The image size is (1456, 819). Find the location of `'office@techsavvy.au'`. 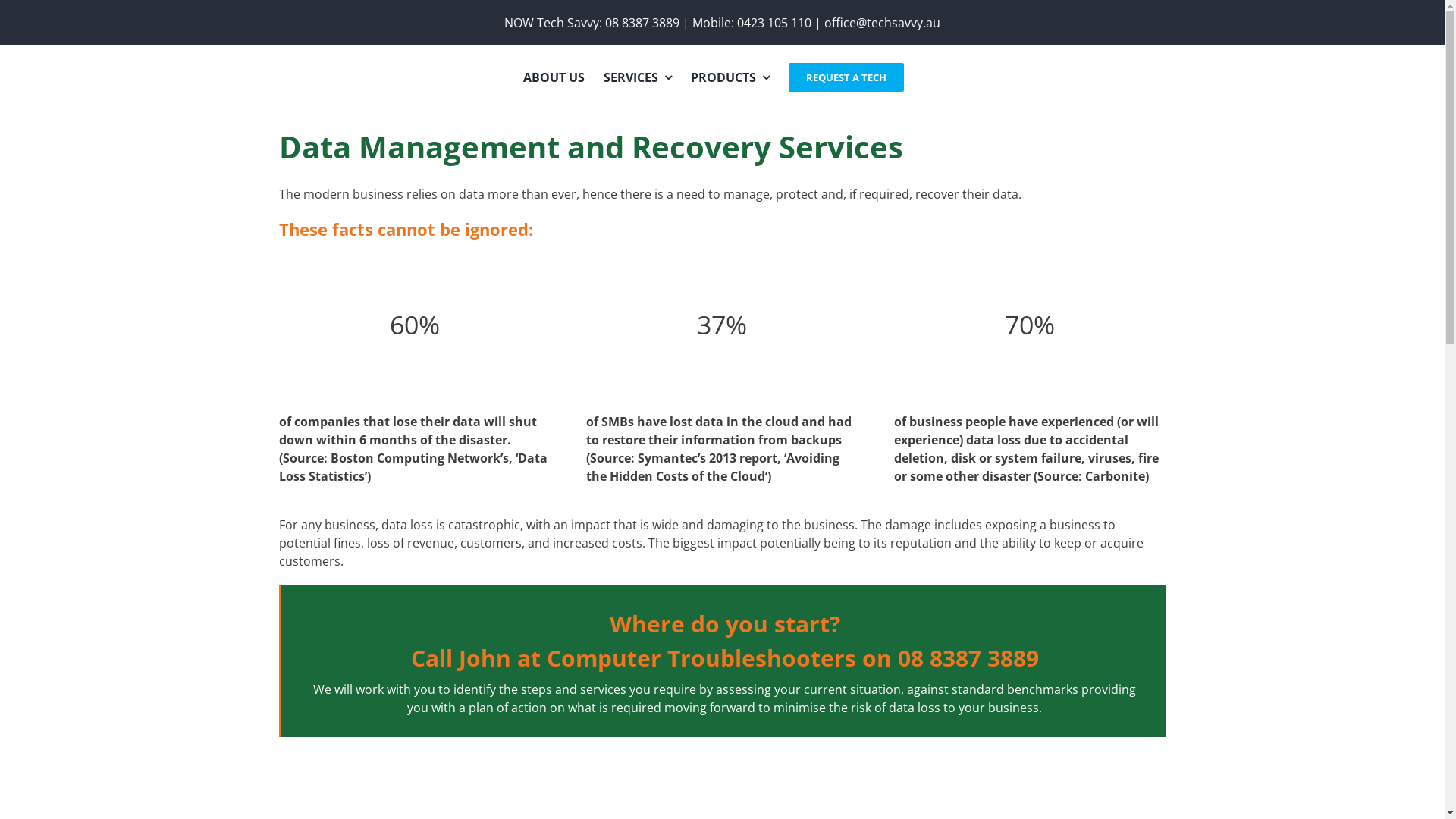

'office@techsavvy.au' is located at coordinates (882, 23).